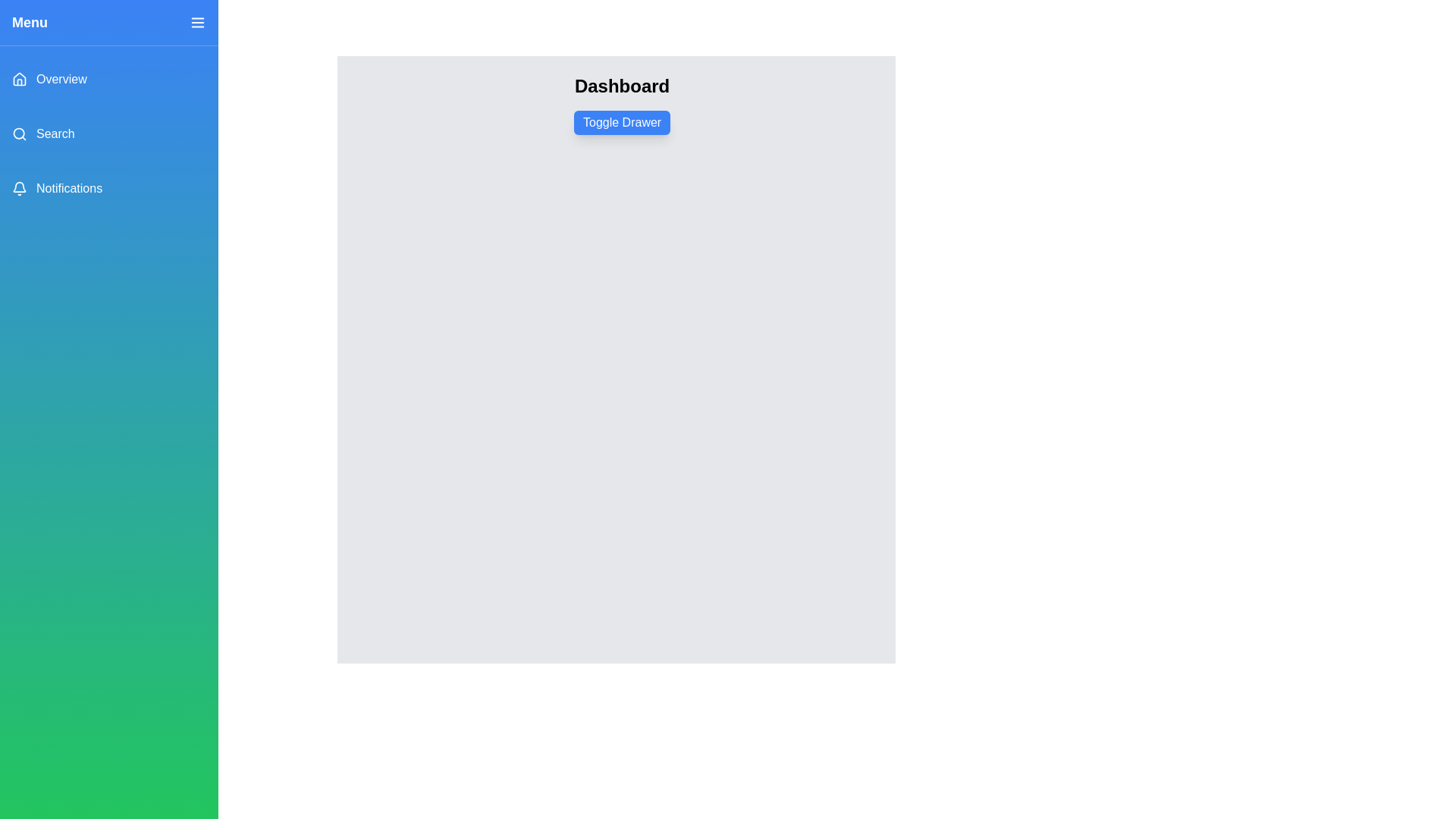  I want to click on the menu item Overview in the drawer, so click(108, 79).